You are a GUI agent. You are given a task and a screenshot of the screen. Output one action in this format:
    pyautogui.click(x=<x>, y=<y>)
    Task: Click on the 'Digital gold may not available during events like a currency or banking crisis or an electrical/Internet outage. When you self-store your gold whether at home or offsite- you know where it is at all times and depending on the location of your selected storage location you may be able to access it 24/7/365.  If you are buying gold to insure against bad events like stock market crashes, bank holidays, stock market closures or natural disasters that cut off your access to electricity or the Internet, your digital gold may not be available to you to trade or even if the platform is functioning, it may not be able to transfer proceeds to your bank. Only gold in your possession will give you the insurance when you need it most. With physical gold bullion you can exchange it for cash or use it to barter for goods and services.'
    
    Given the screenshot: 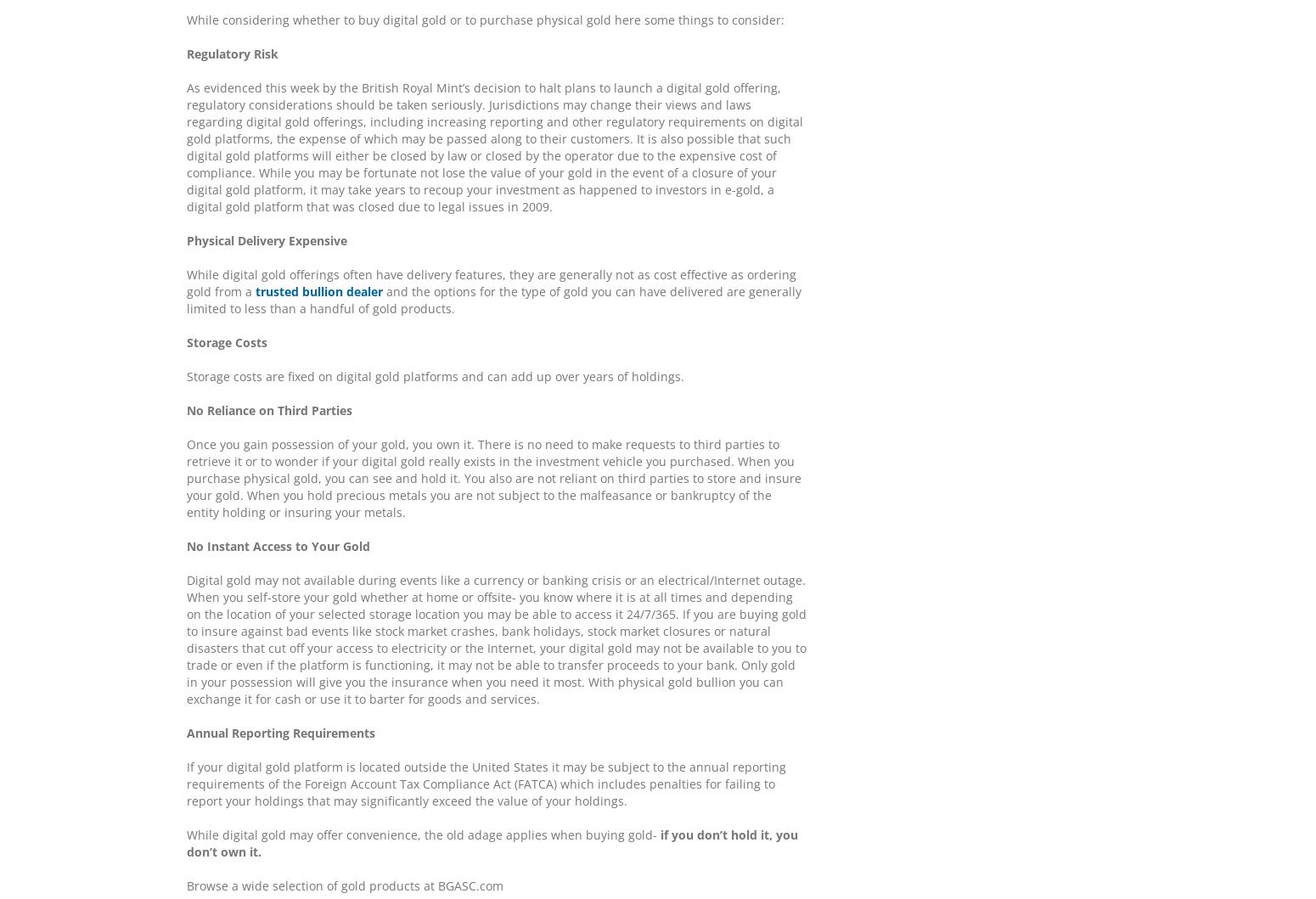 What is the action you would take?
    pyautogui.click(x=185, y=638)
    